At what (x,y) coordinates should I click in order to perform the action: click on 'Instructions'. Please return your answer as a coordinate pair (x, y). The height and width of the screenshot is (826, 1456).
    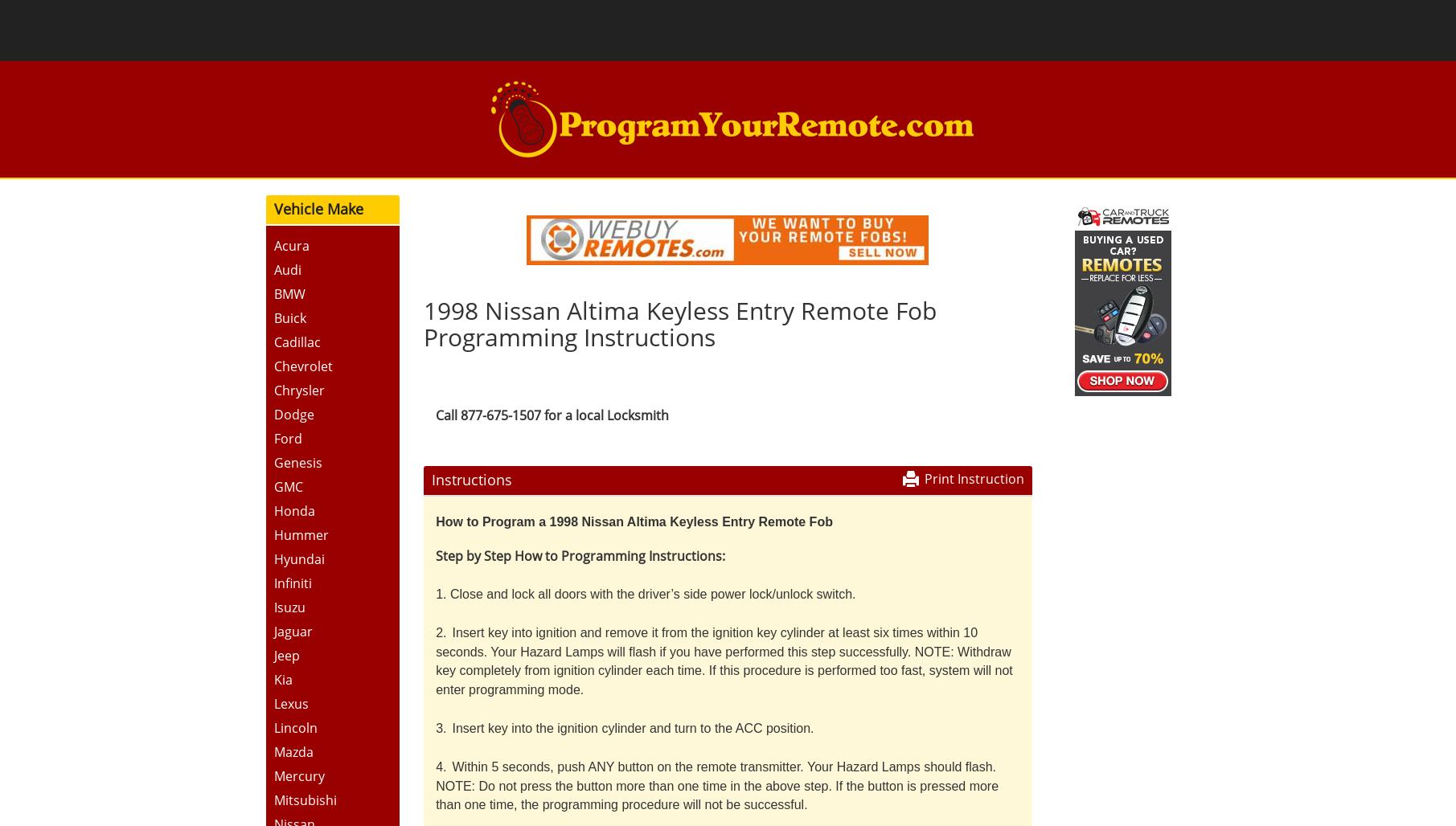
    Looking at the image, I should click on (470, 478).